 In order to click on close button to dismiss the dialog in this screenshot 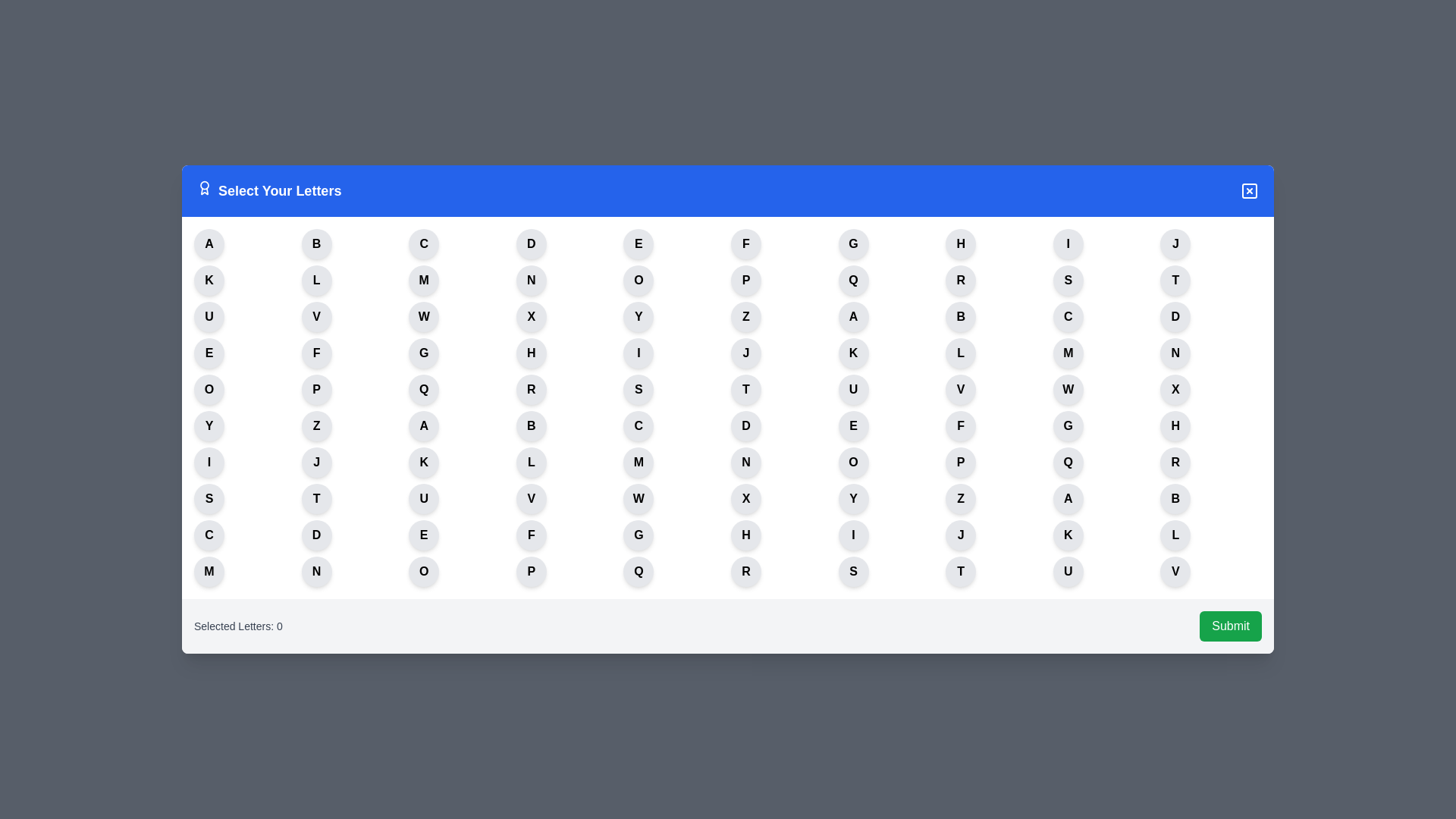, I will do `click(1249, 190)`.